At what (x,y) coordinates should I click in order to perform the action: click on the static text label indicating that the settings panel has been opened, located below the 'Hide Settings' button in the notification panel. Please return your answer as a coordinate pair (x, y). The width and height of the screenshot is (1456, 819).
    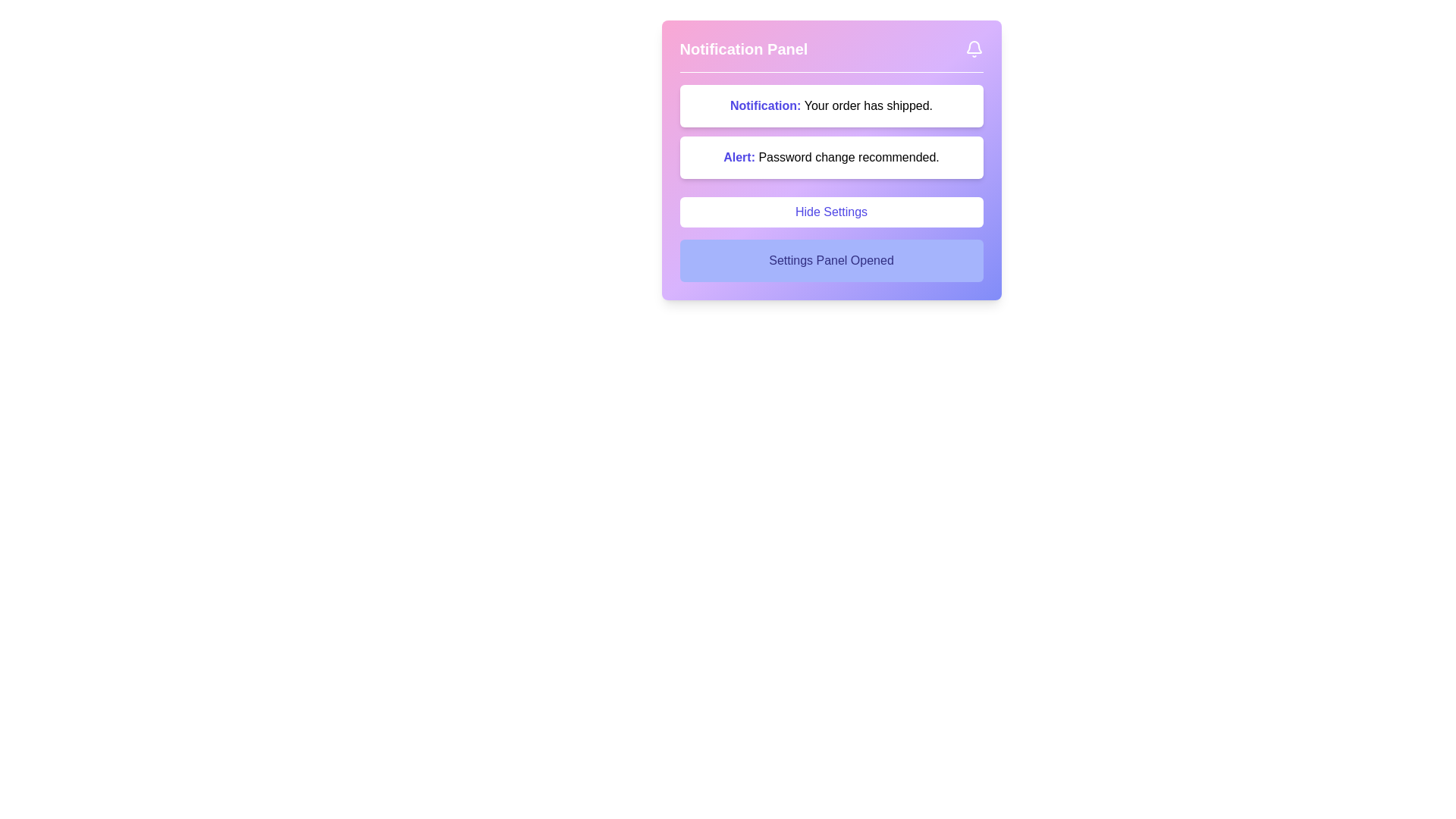
    Looking at the image, I should click on (830, 259).